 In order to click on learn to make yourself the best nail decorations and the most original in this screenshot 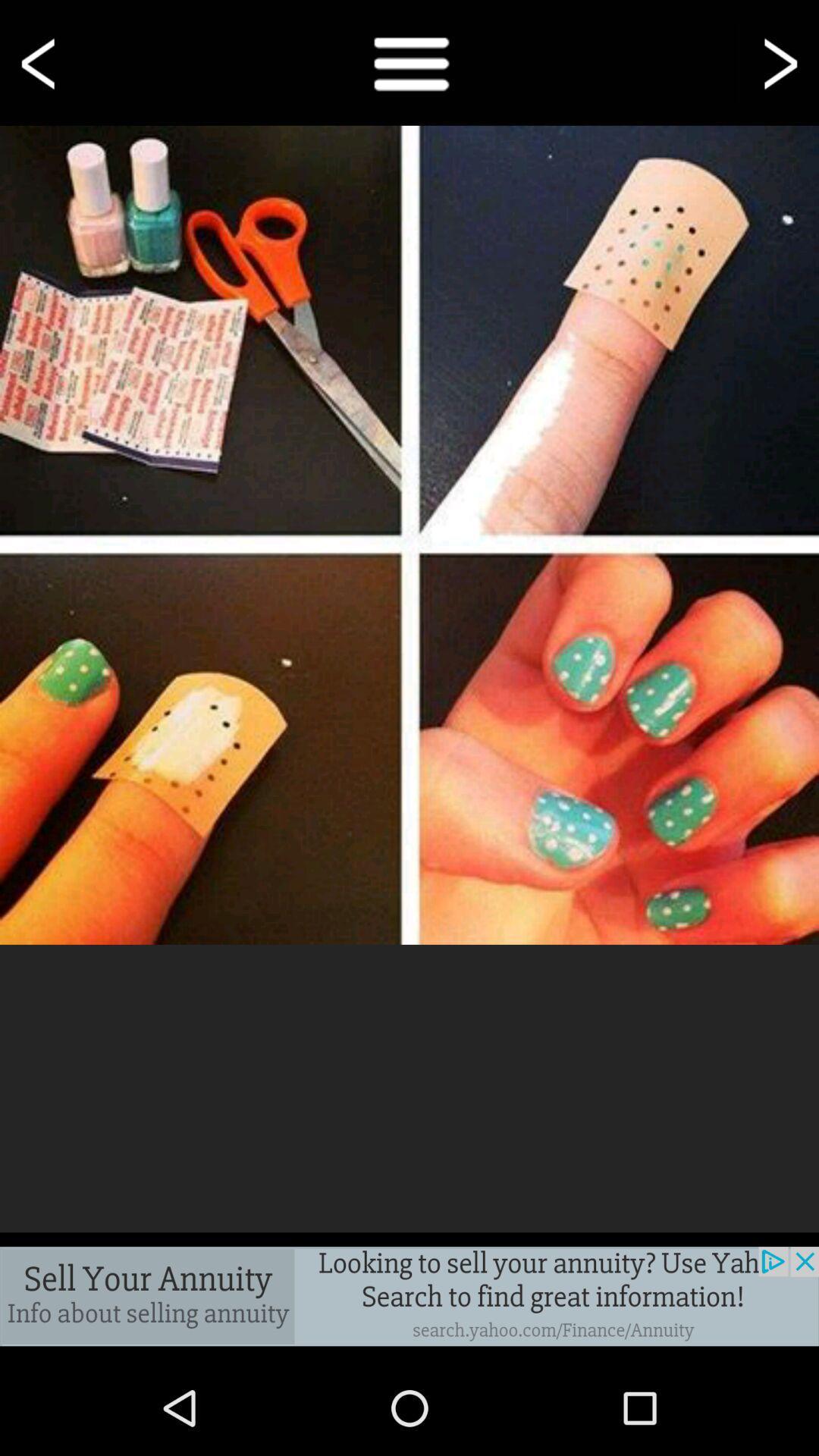, I will do `click(409, 535)`.